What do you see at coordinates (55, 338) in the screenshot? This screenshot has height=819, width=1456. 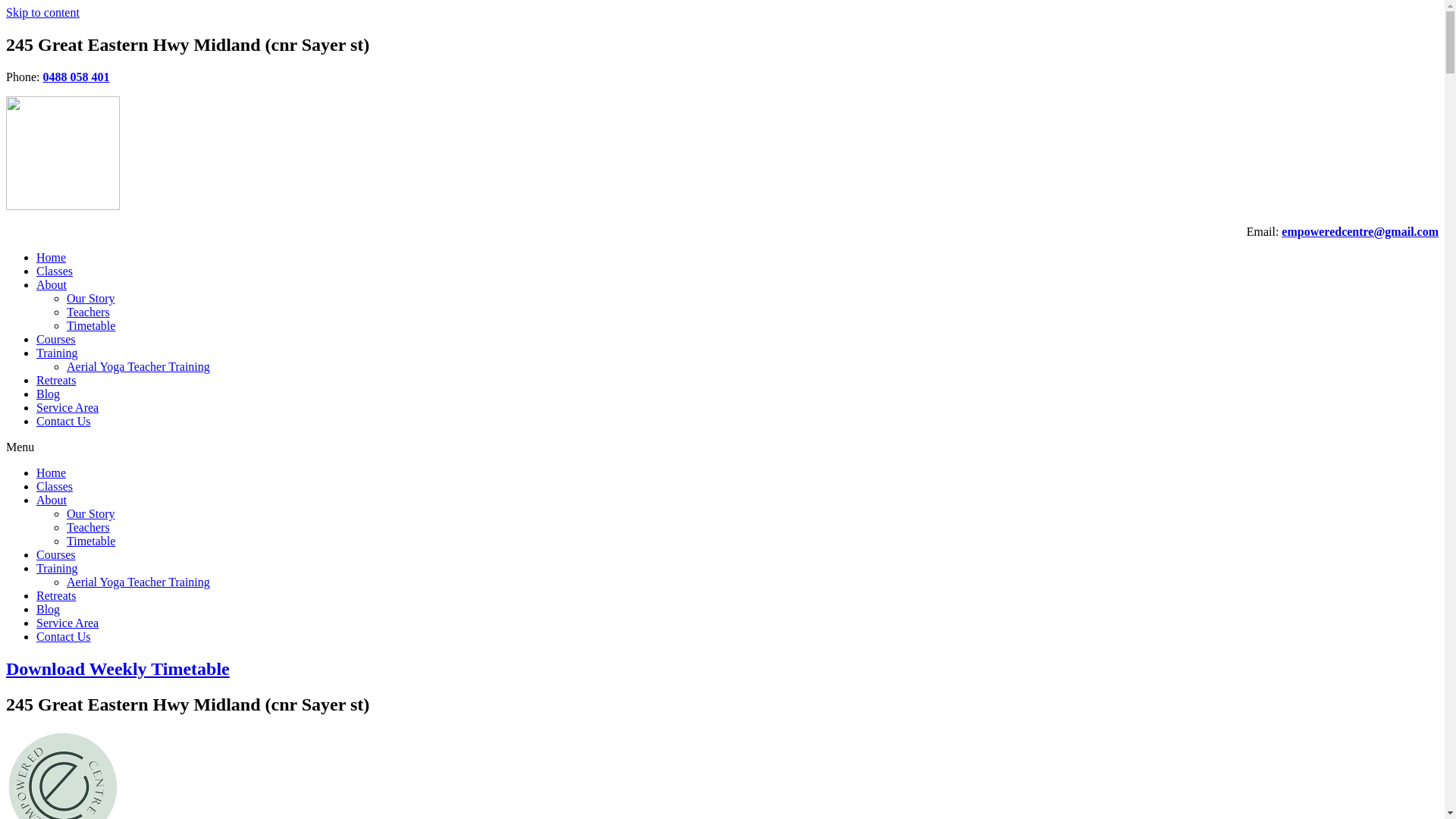 I see `'Courses'` at bounding box center [55, 338].